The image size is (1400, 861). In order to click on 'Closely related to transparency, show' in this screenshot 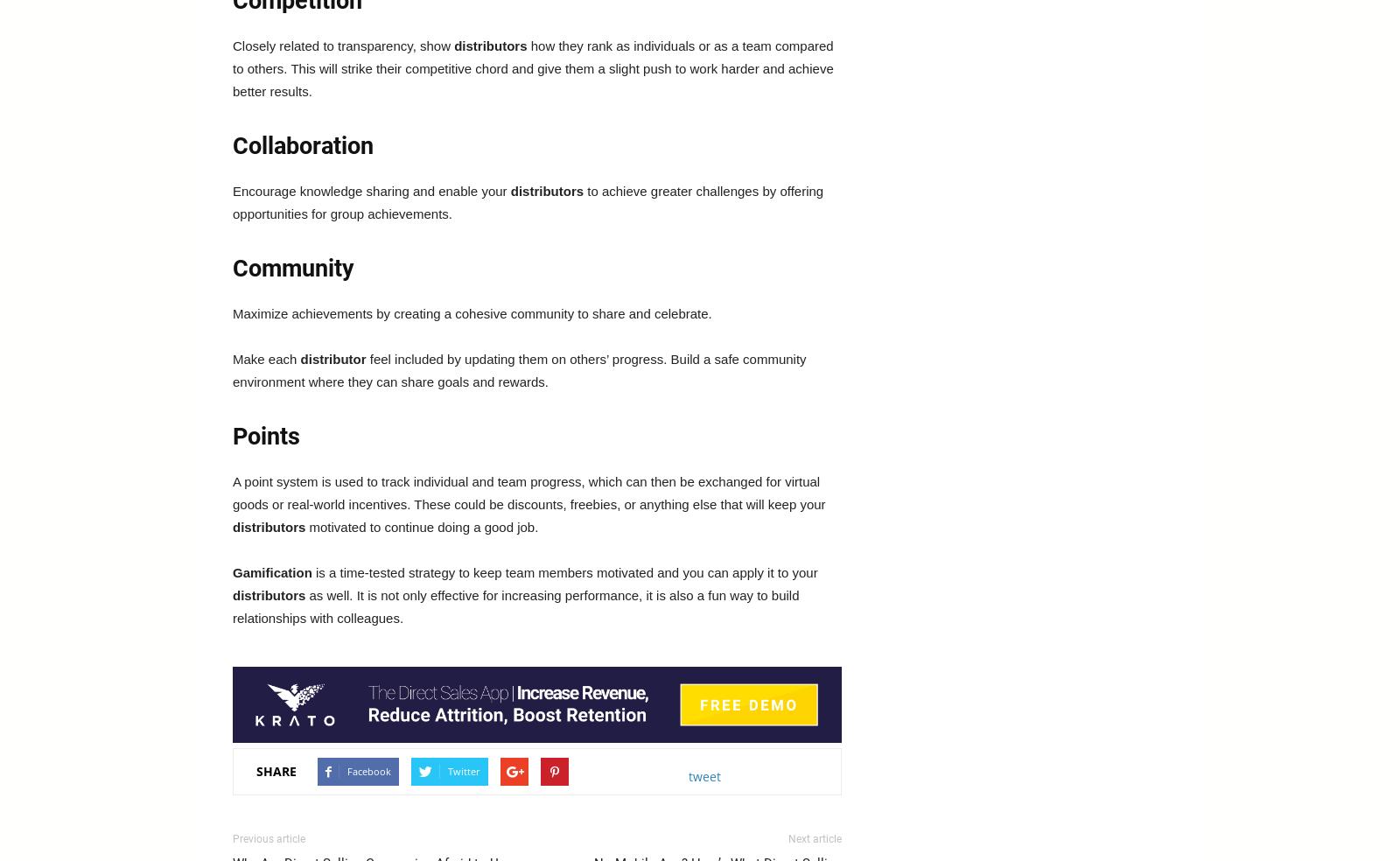, I will do `click(343, 45)`.